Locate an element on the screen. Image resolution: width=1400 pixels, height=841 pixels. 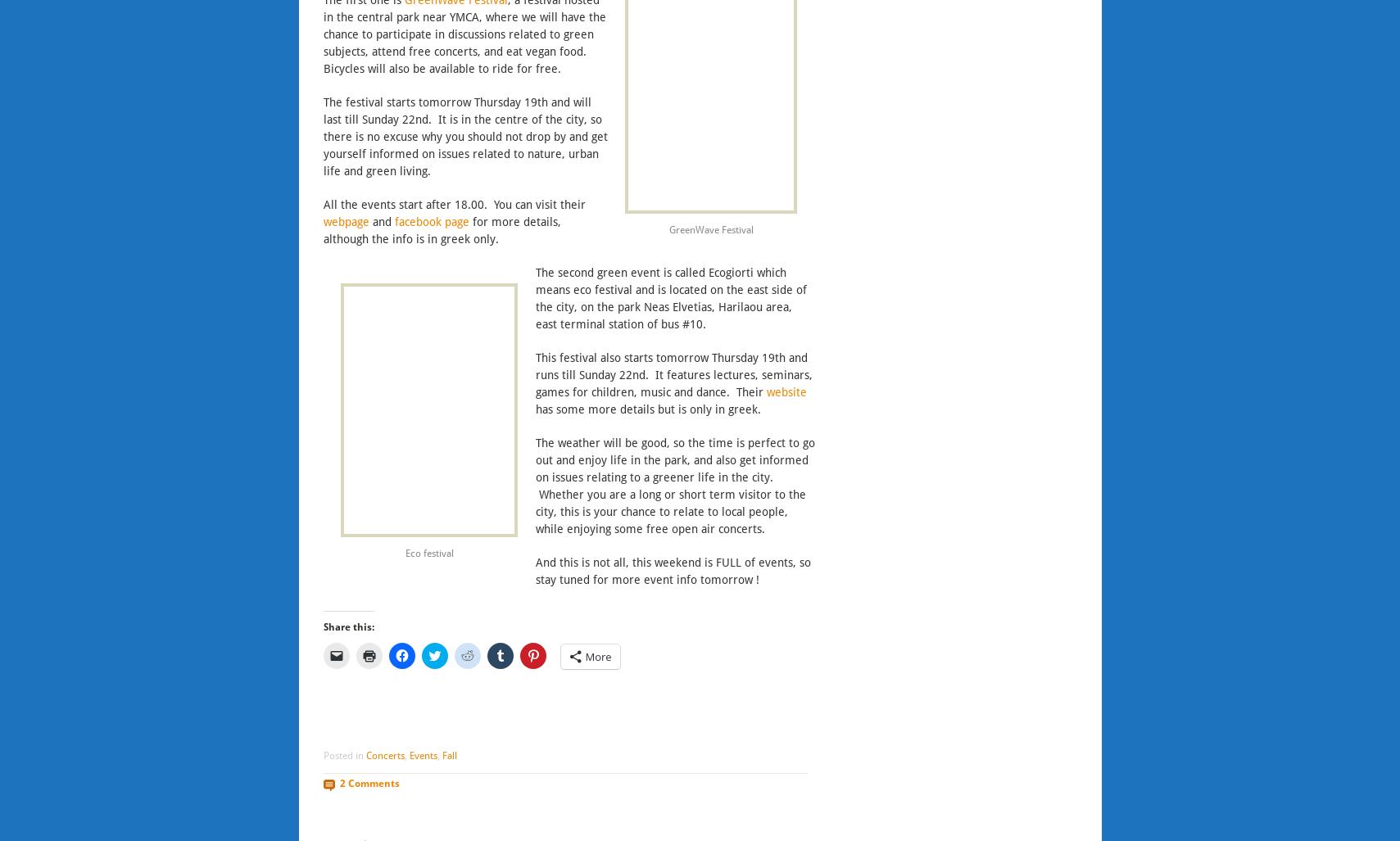
'for more details, although the info is in greek only.' is located at coordinates (321, 229).